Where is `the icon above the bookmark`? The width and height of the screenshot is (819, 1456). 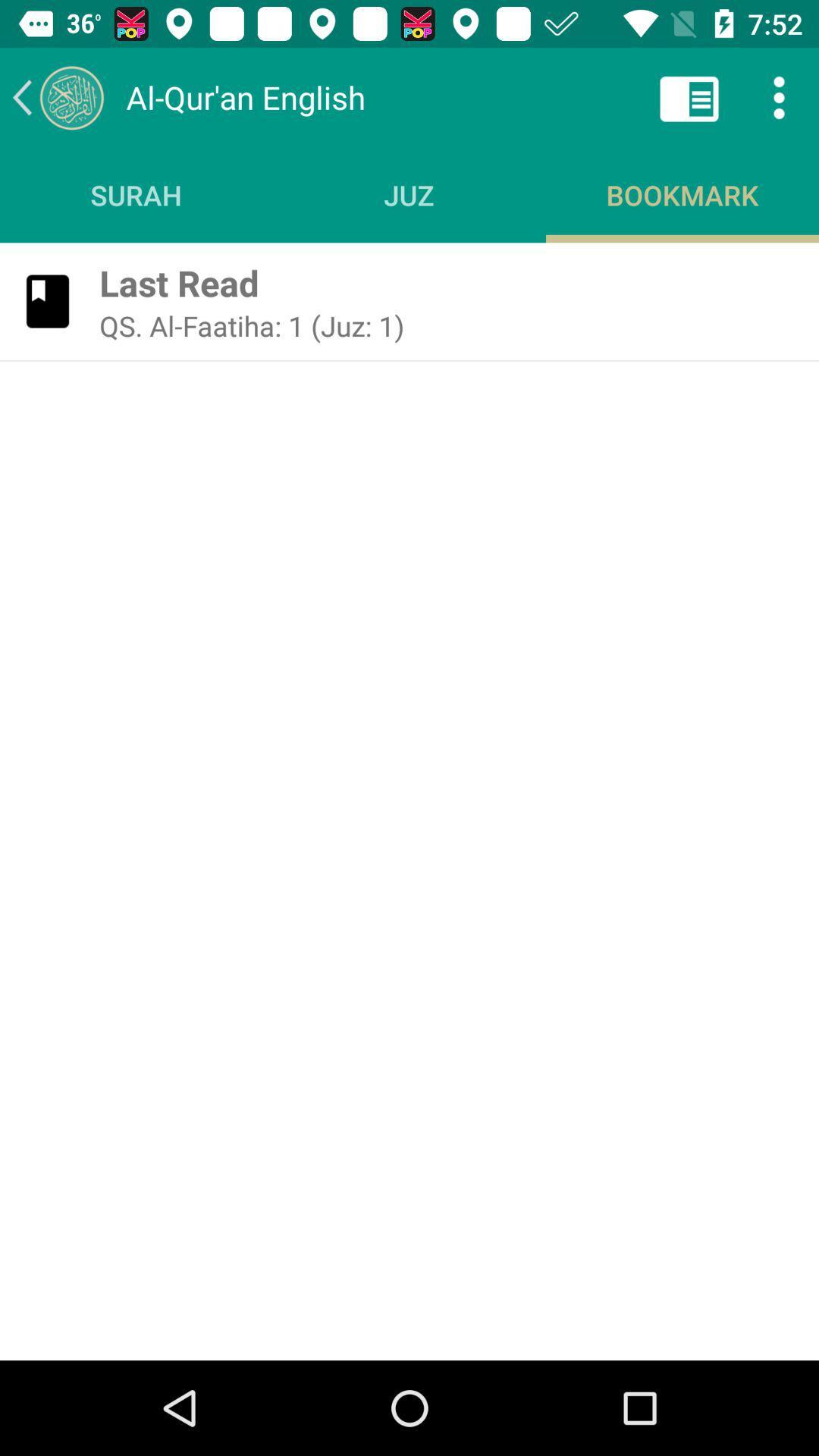 the icon above the bookmark is located at coordinates (689, 96).